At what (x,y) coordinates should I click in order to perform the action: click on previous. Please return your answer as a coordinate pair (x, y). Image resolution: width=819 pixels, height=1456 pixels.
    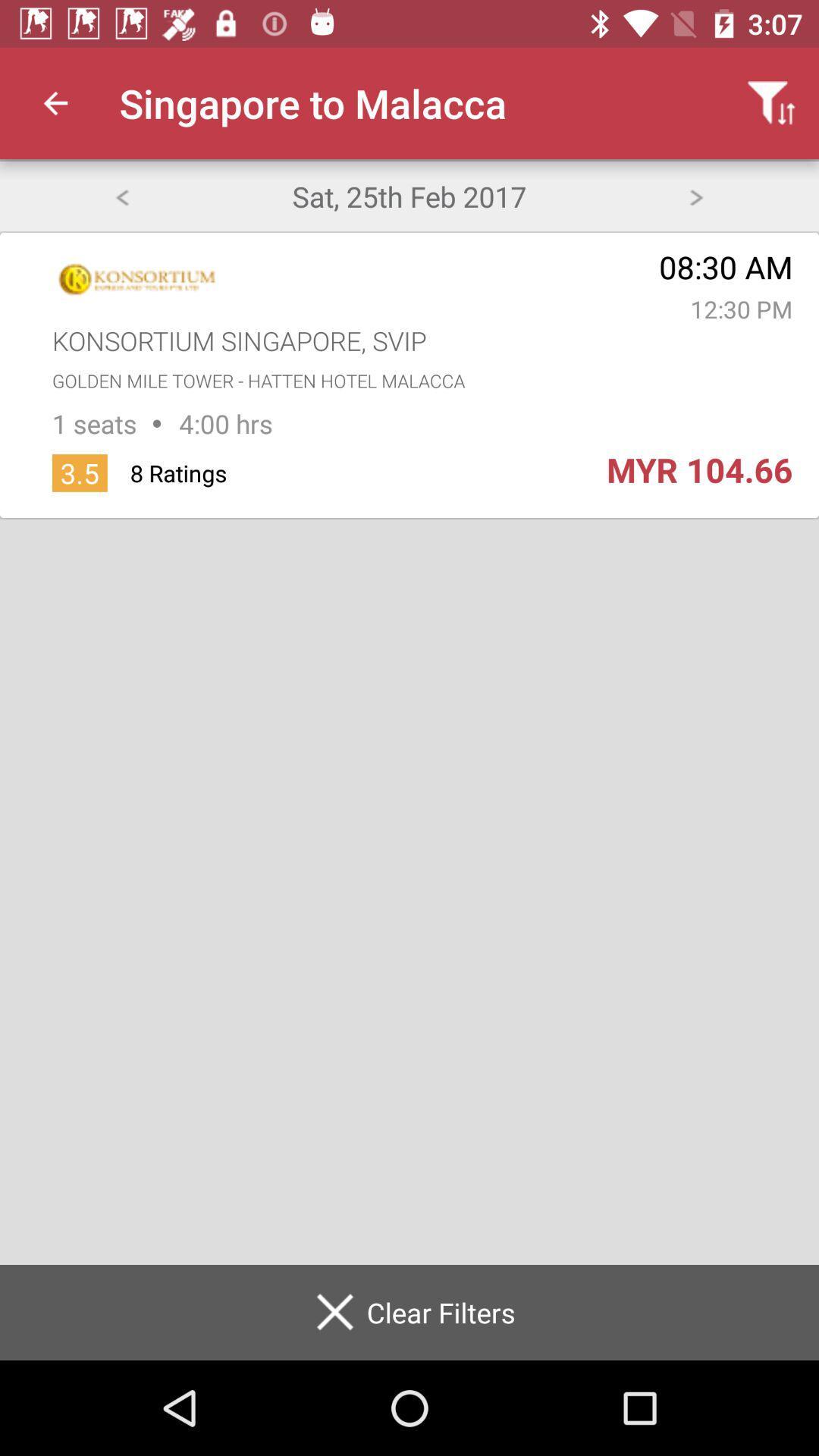
    Looking at the image, I should click on (121, 195).